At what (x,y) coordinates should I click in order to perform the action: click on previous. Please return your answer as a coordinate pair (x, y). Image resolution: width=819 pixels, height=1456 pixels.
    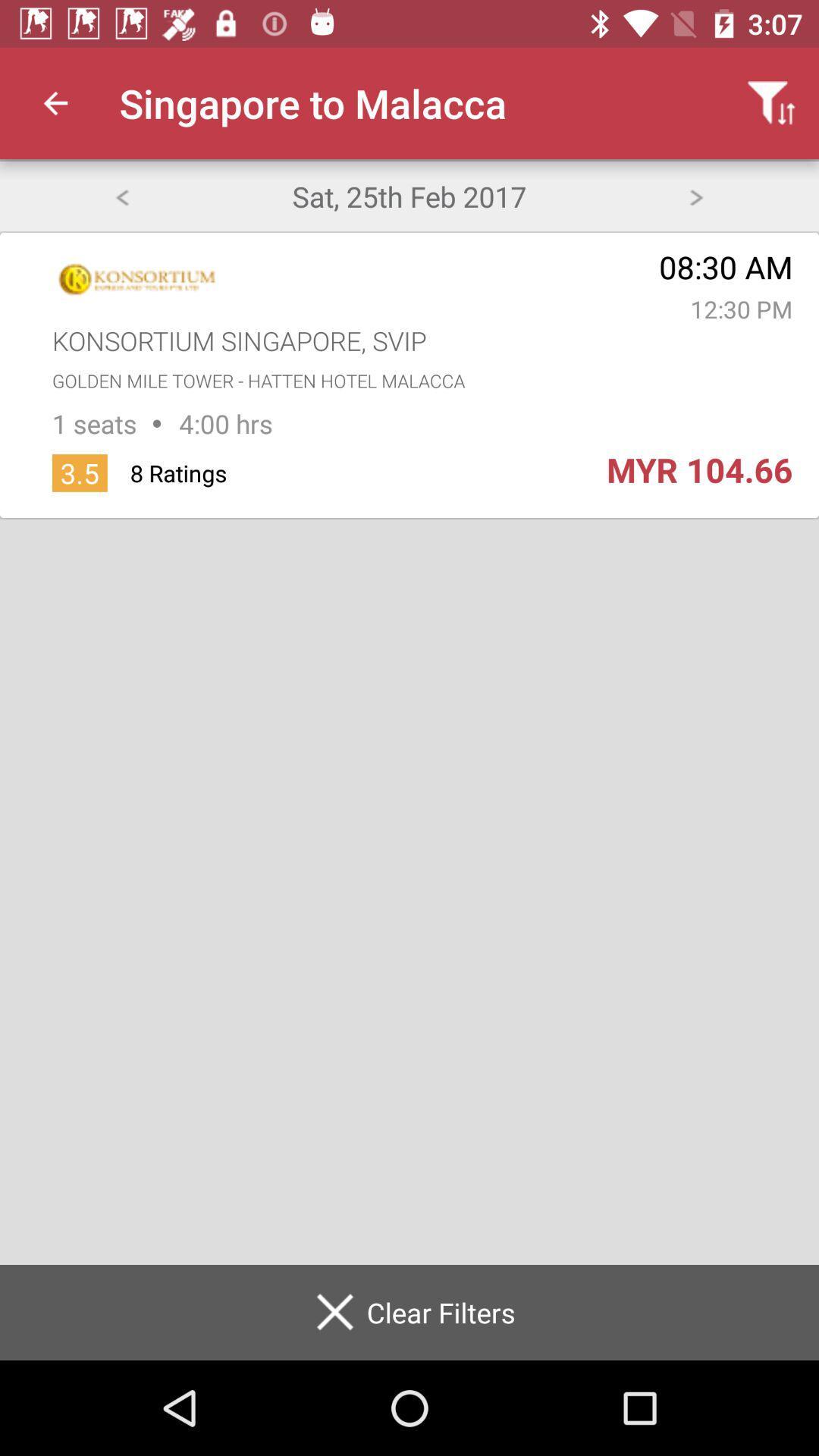
    Looking at the image, I should click on (121, 195).